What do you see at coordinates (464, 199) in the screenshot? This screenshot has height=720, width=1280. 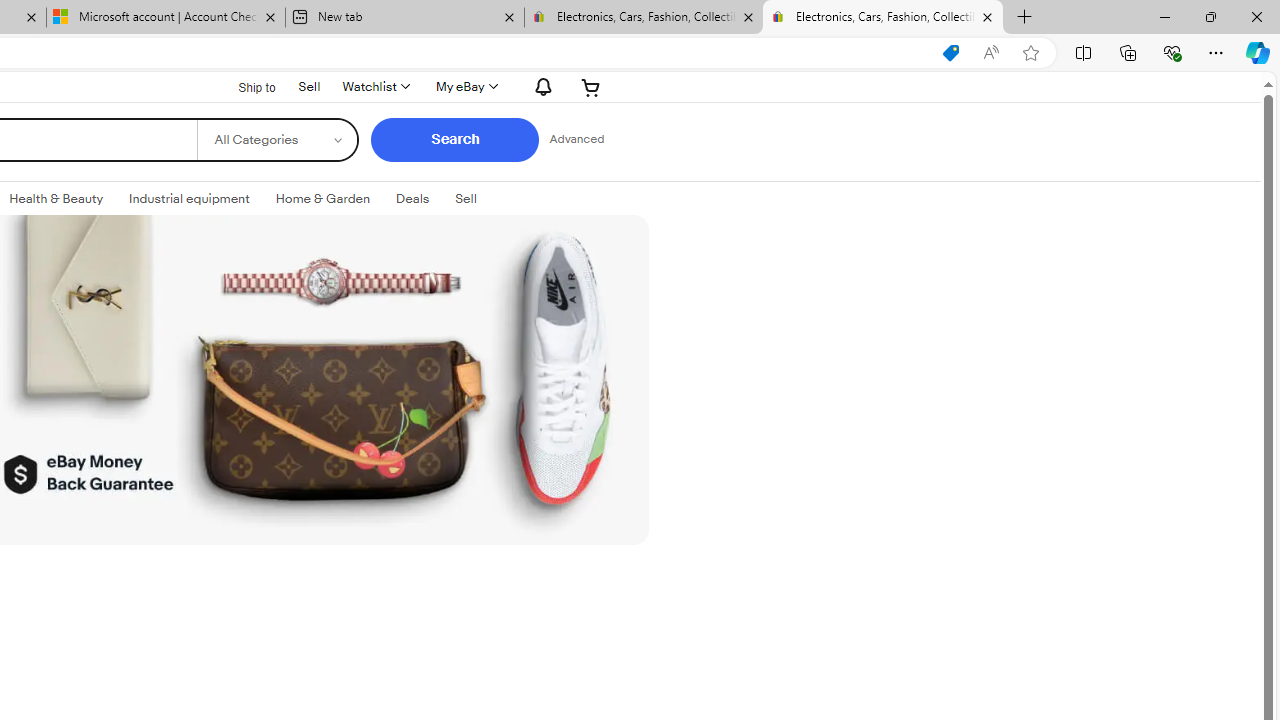 I see `'SellExpand: Sell'` at bounding box center [464, 199].